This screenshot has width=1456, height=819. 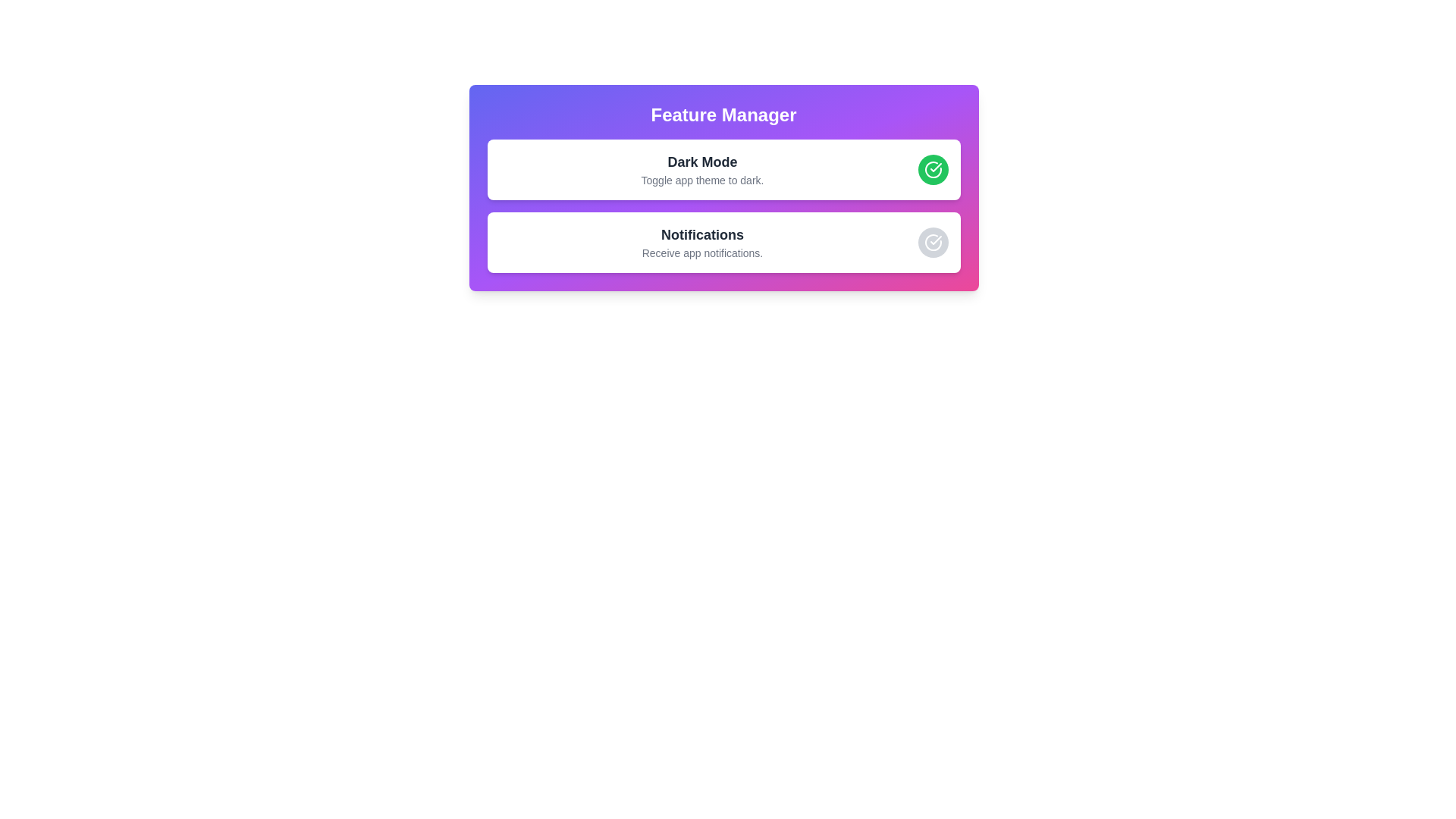 I want to click on the green checkmark icon within the circular boundary on the right side of the 'Dark Mode' toggle UI, so click(x=934, y=167).